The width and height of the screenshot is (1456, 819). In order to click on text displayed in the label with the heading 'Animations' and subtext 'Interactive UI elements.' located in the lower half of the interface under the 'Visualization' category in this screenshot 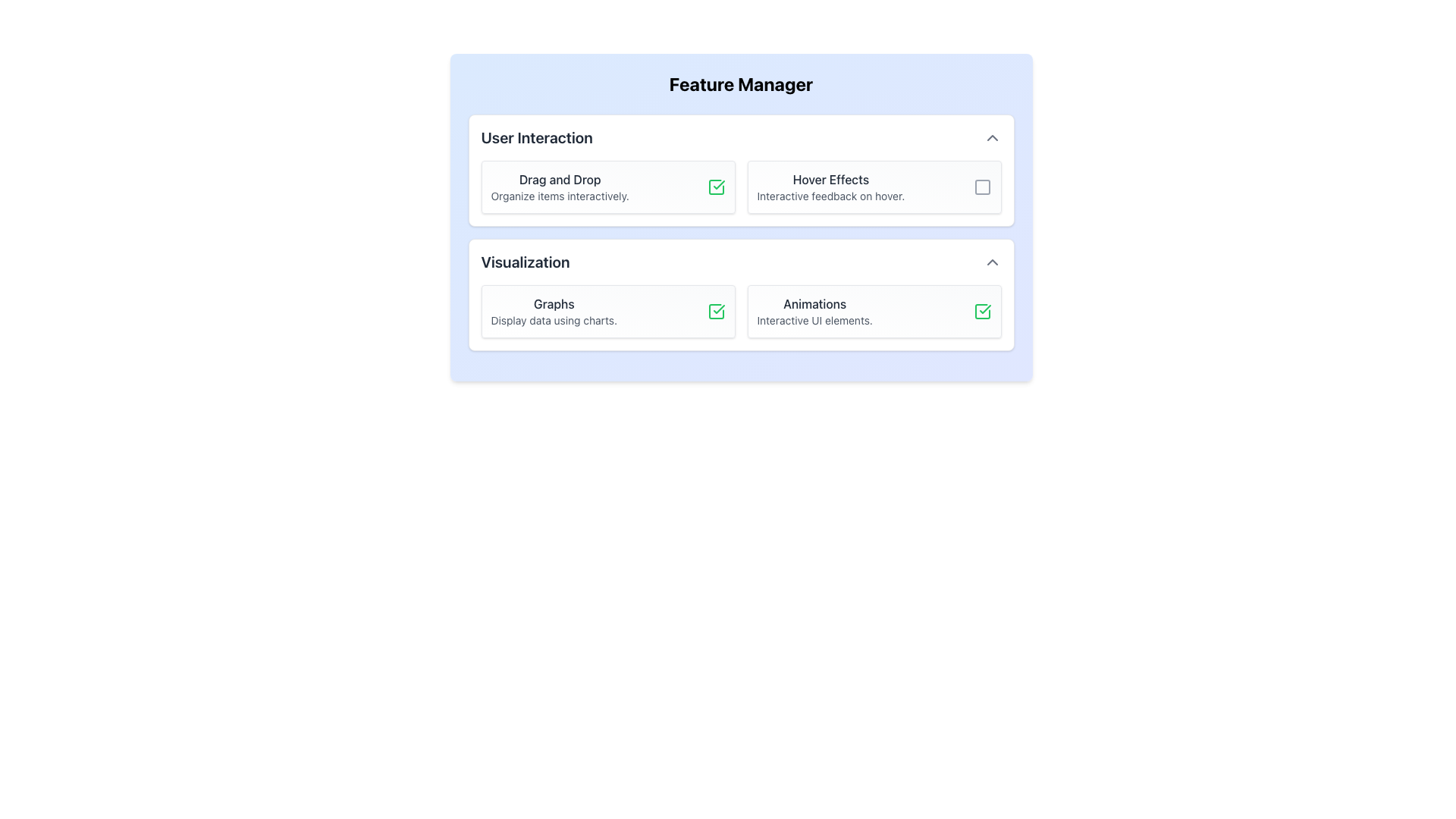, I will do `click(814, 311)`.